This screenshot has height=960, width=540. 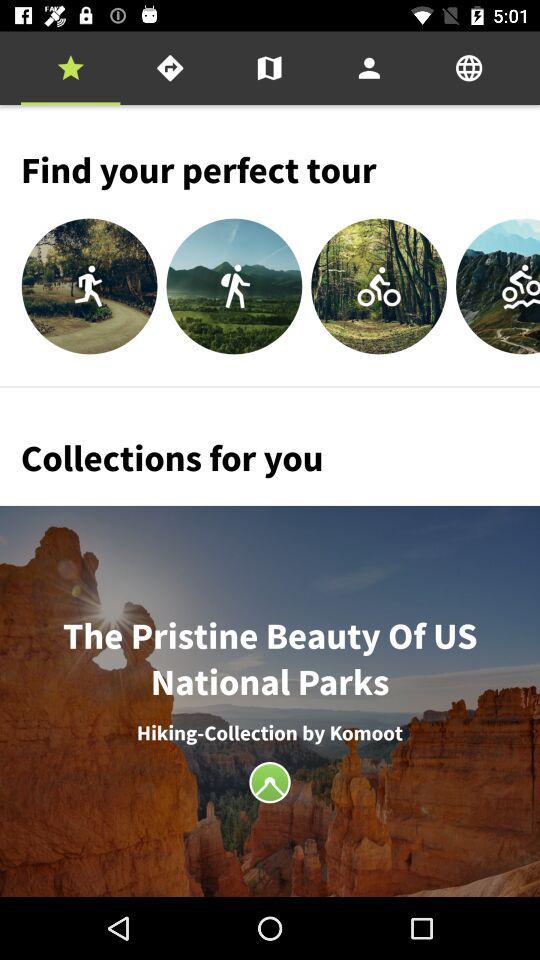 I want to click on the item above the find your perfect, so click(x=69, y=68).